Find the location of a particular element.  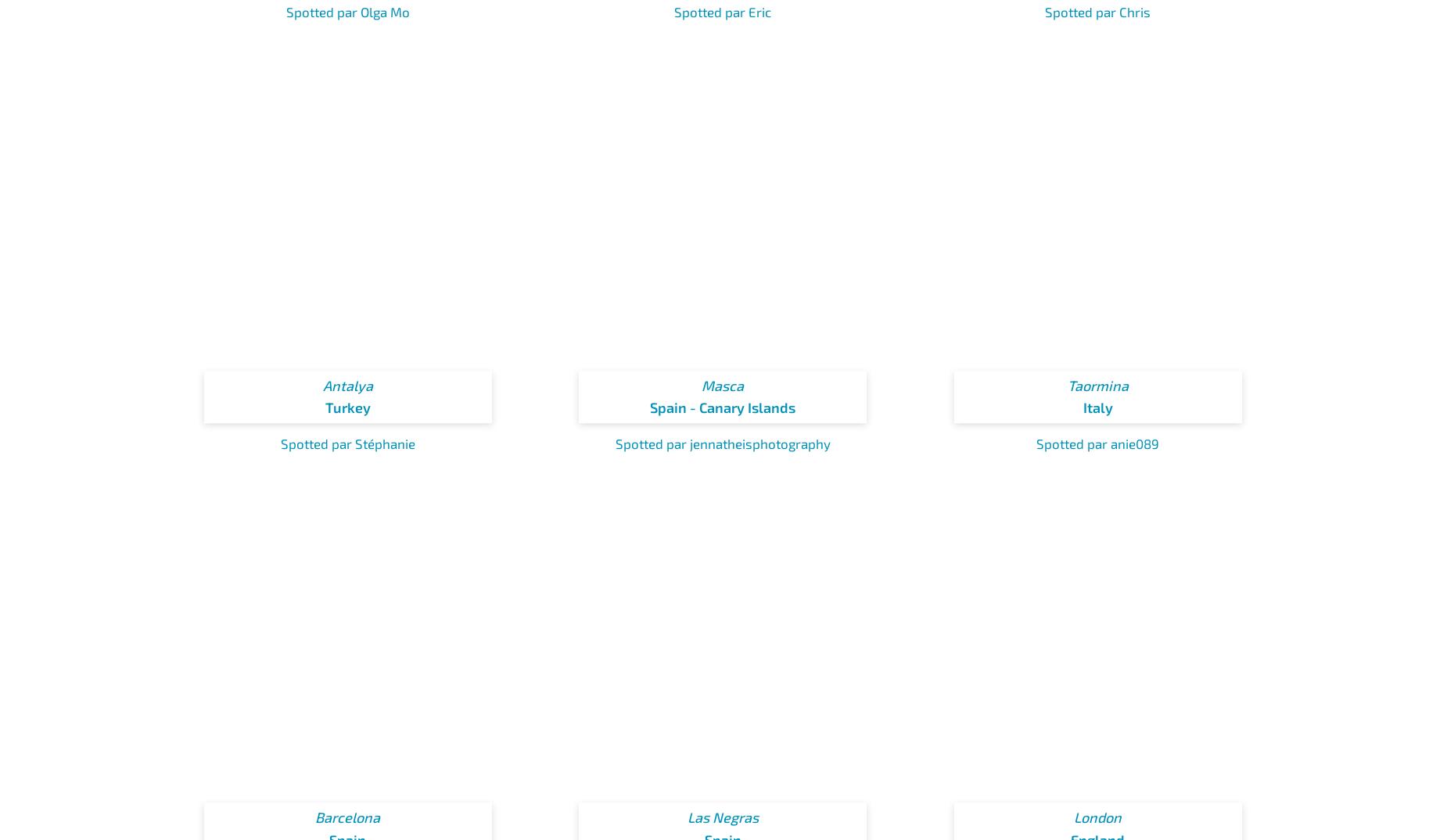

'Italy' is located at coordinates (1081, 407).